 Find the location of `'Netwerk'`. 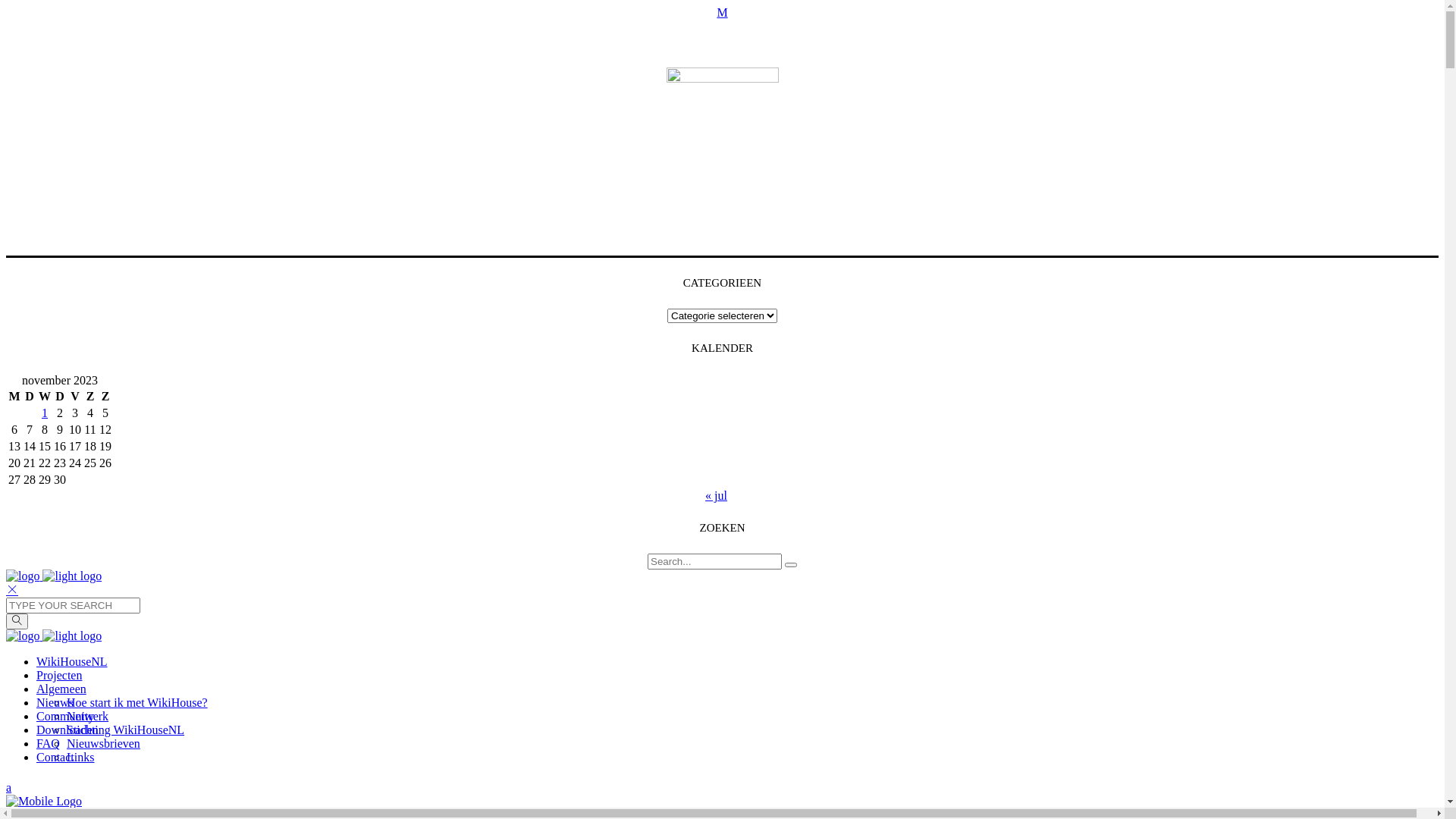

'Netwerk' is located at coordinates (86, 716).